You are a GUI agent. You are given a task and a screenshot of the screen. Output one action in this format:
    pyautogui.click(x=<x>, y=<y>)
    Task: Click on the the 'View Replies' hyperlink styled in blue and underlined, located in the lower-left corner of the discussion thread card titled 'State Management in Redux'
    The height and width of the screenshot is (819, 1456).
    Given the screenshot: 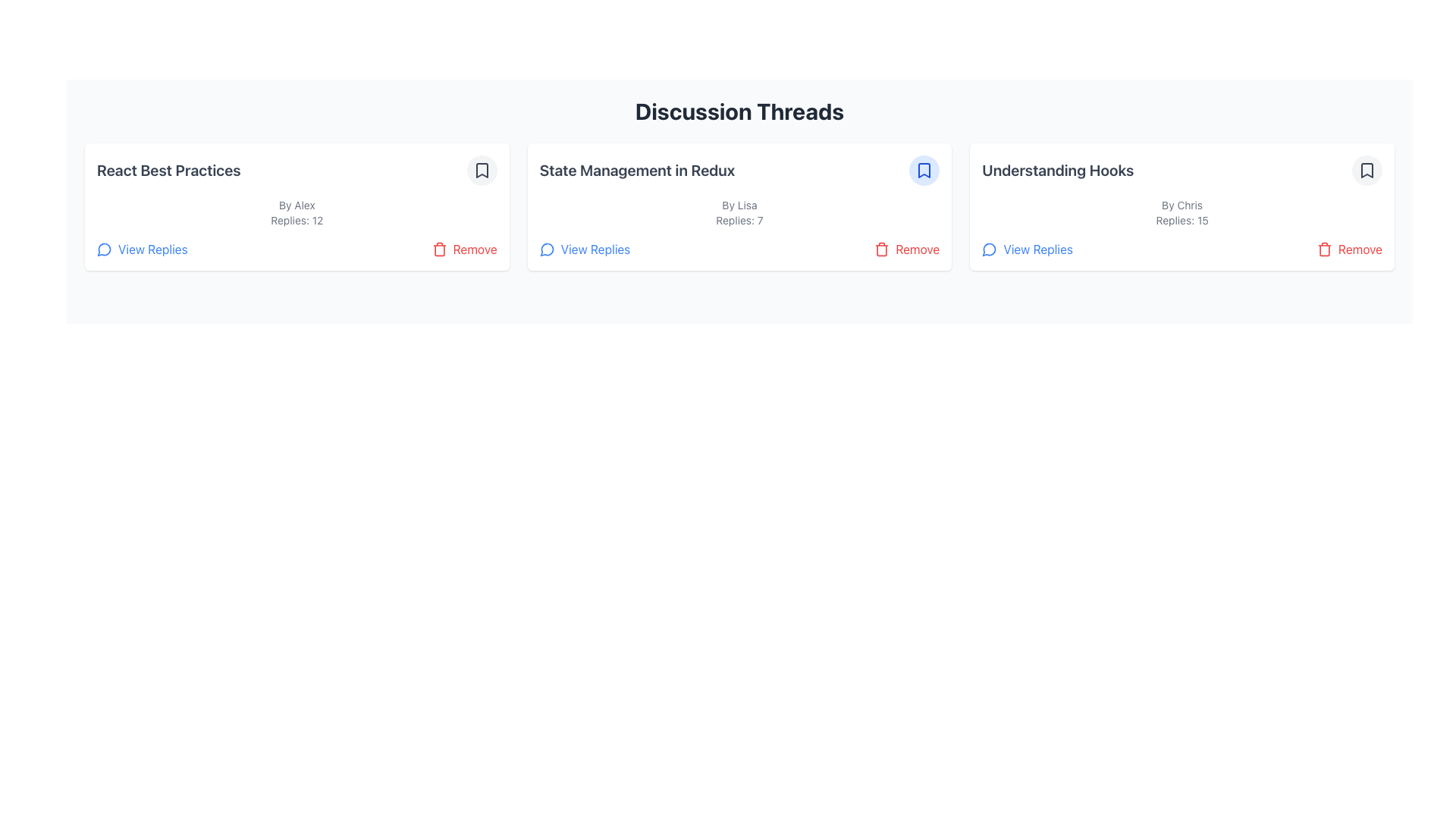 What is the action you would take?
    pyautogui.click(x=595, y=248)
    